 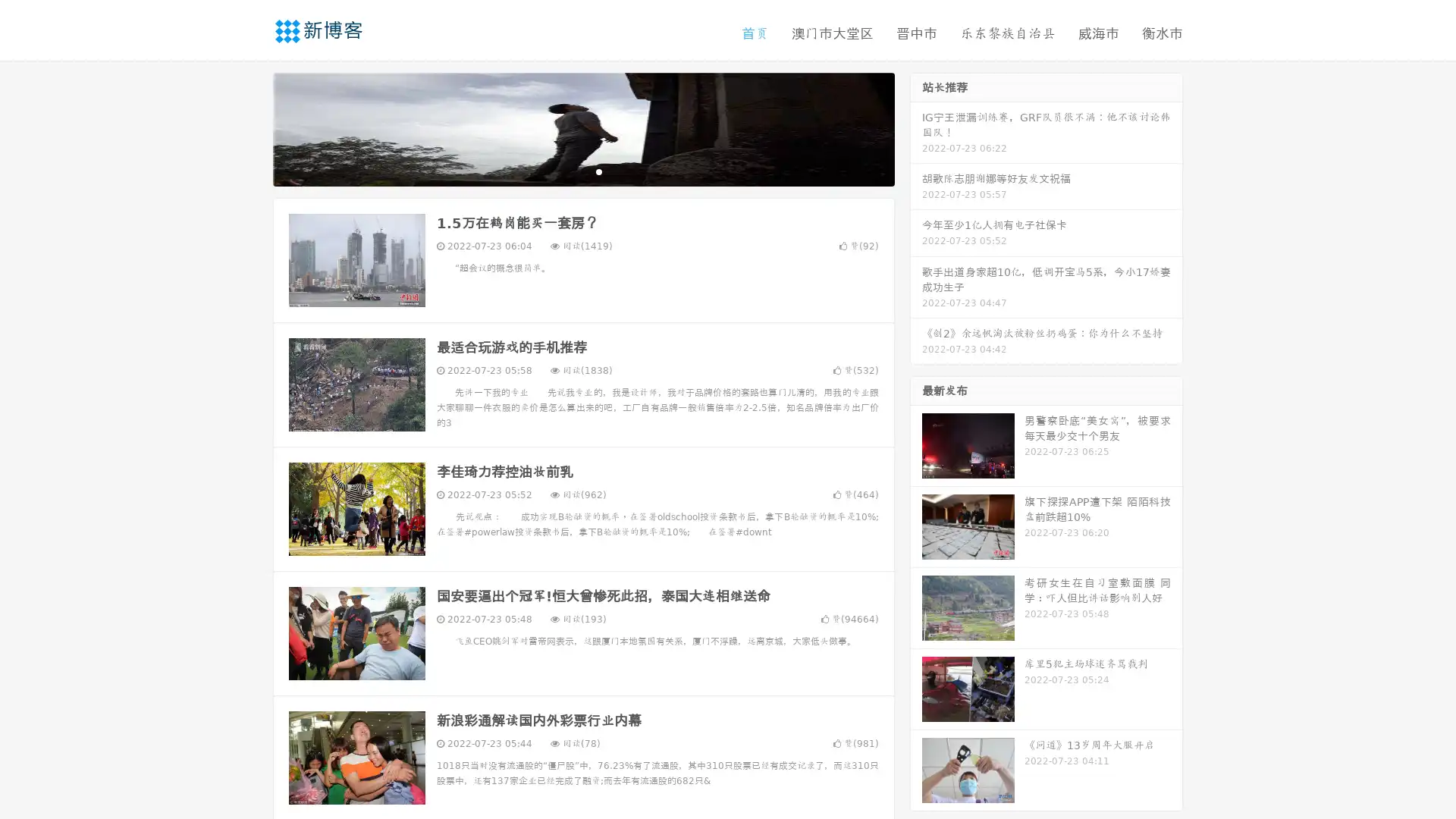 What do you see at coordinates (598, 171) in the screenshot?
I see `Go to slide 3` at bounding box center [598, 171].